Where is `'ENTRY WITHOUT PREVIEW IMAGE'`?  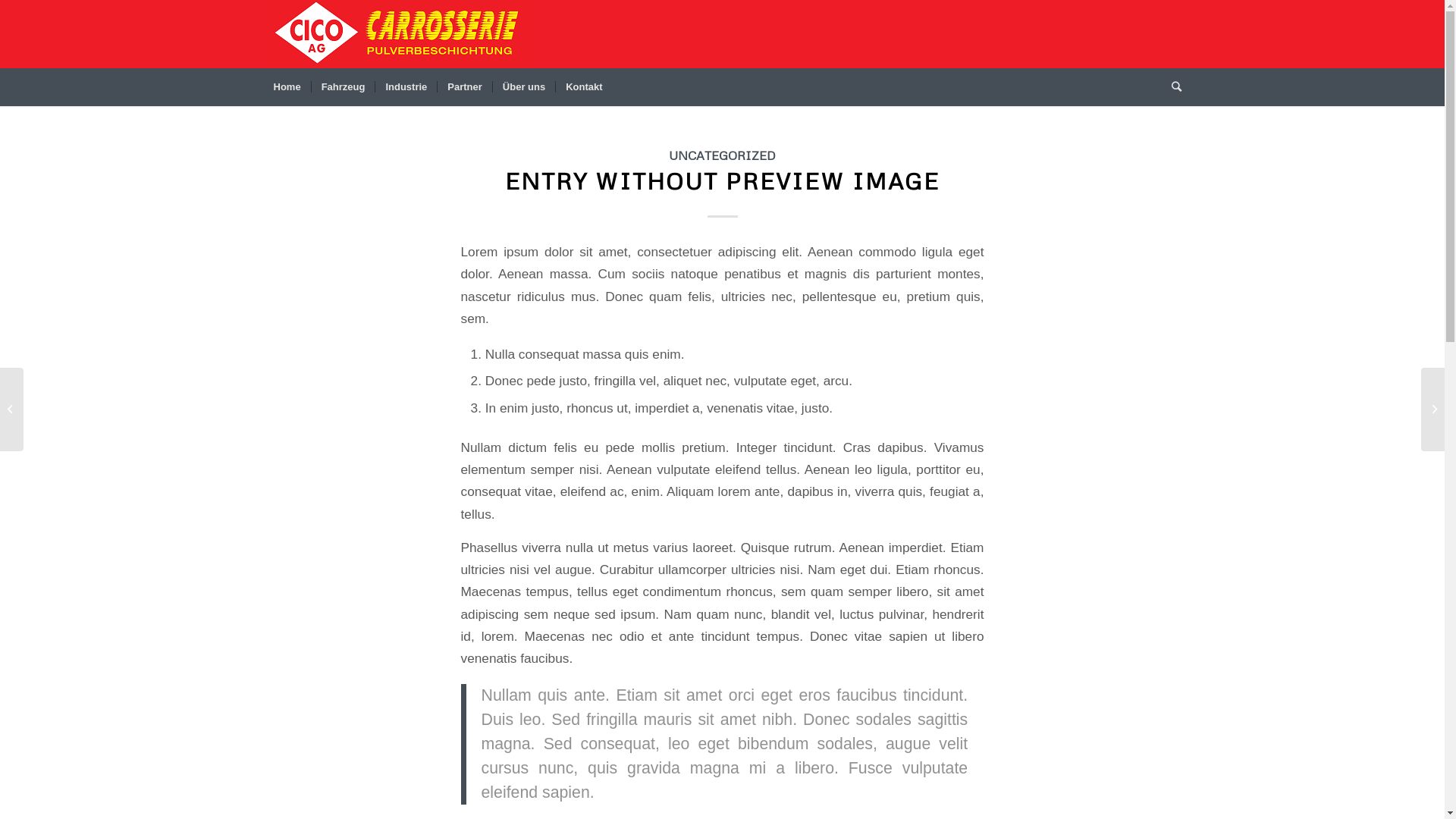
'ENTRY WITHOUT PREVIEW IMAGE' is located at coordinates (721, 180).